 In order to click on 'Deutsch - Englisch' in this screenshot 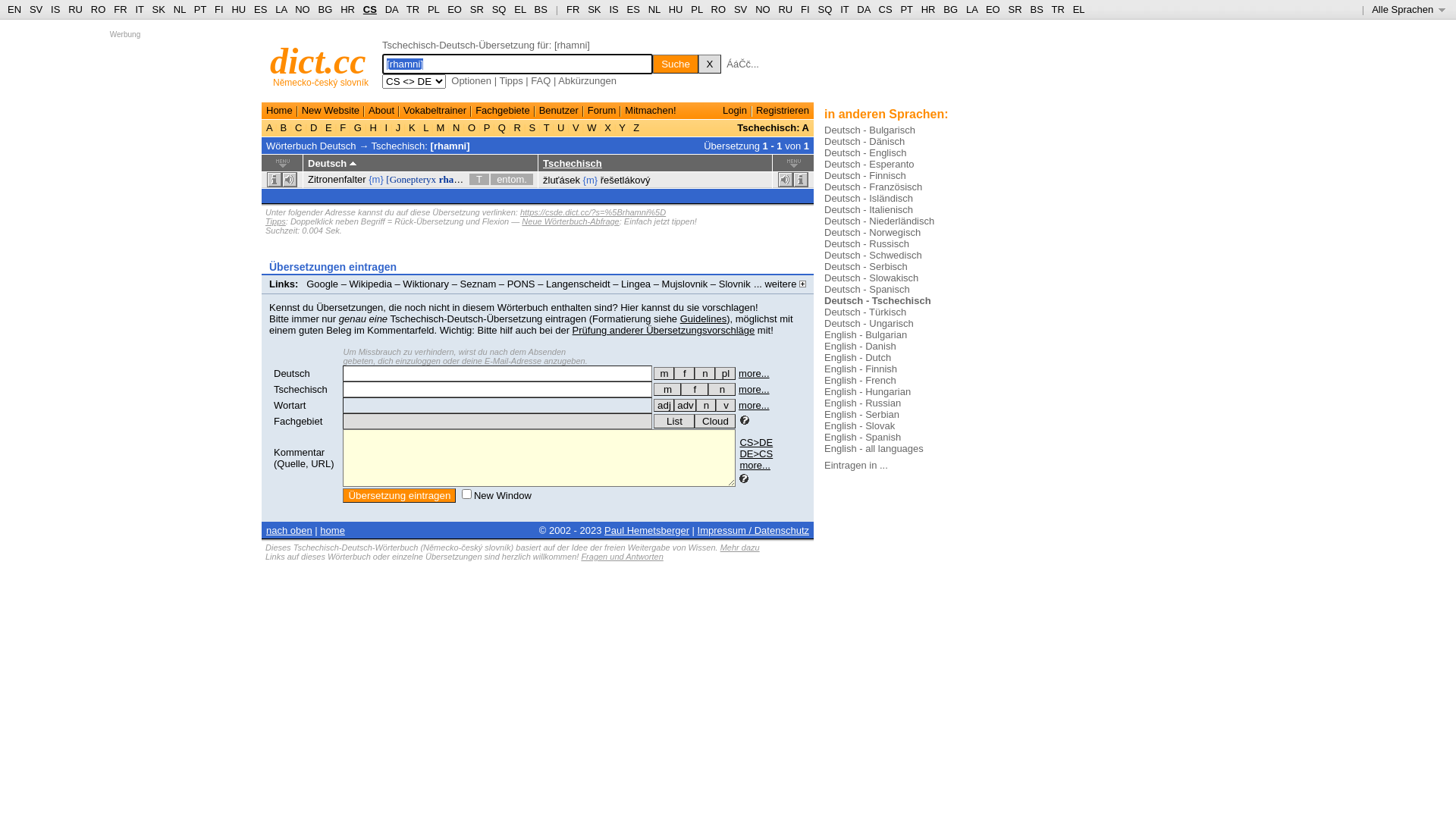, I will do `click(865, 152)`.